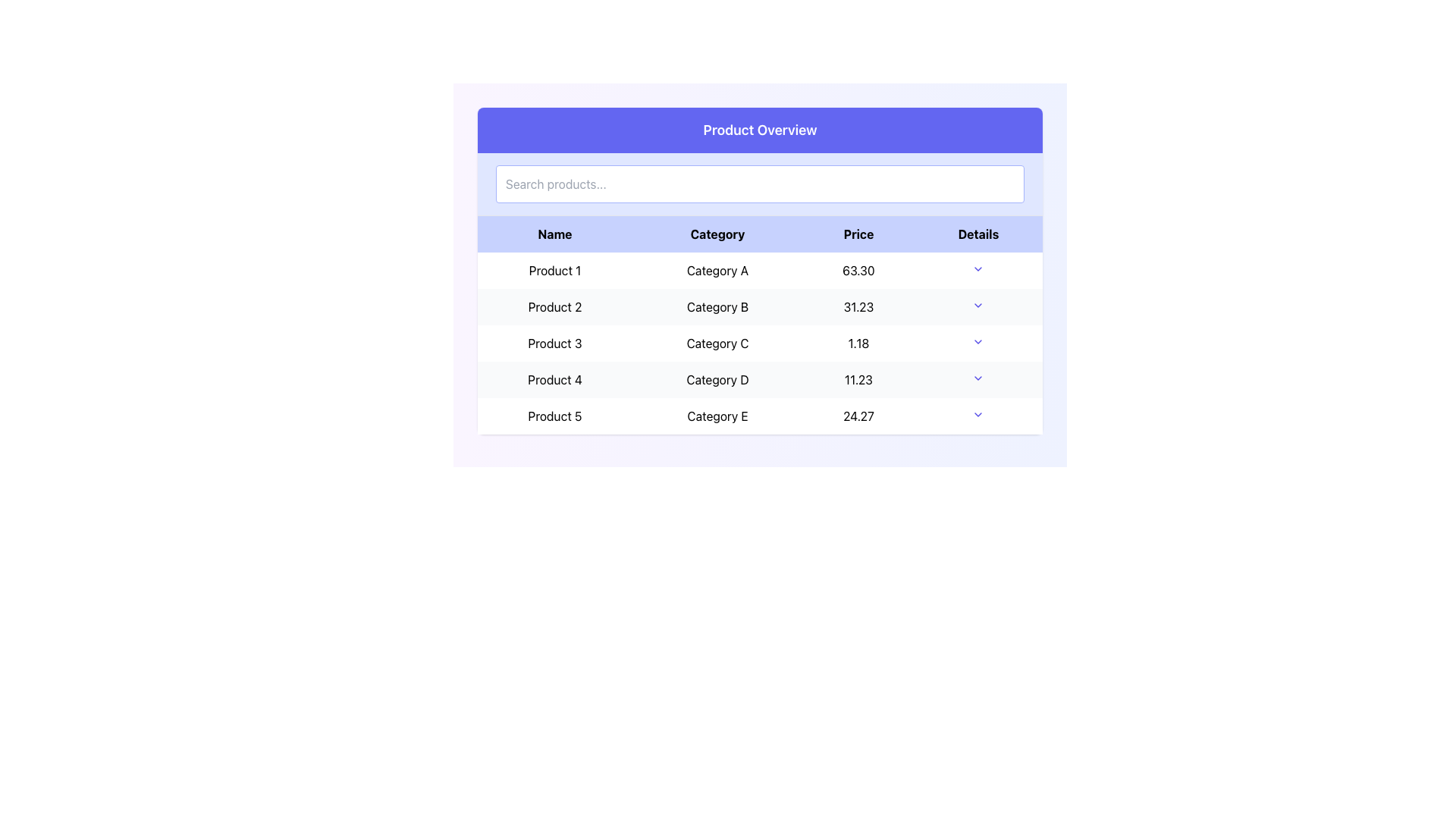  What do you see at coordinates (978, 268) in the screenshot?
I see `the Dropdown Indicator (Chevron Icon) located in the 'Details' column of the first row for 'Product 1'` at bounding box center [978, 268].